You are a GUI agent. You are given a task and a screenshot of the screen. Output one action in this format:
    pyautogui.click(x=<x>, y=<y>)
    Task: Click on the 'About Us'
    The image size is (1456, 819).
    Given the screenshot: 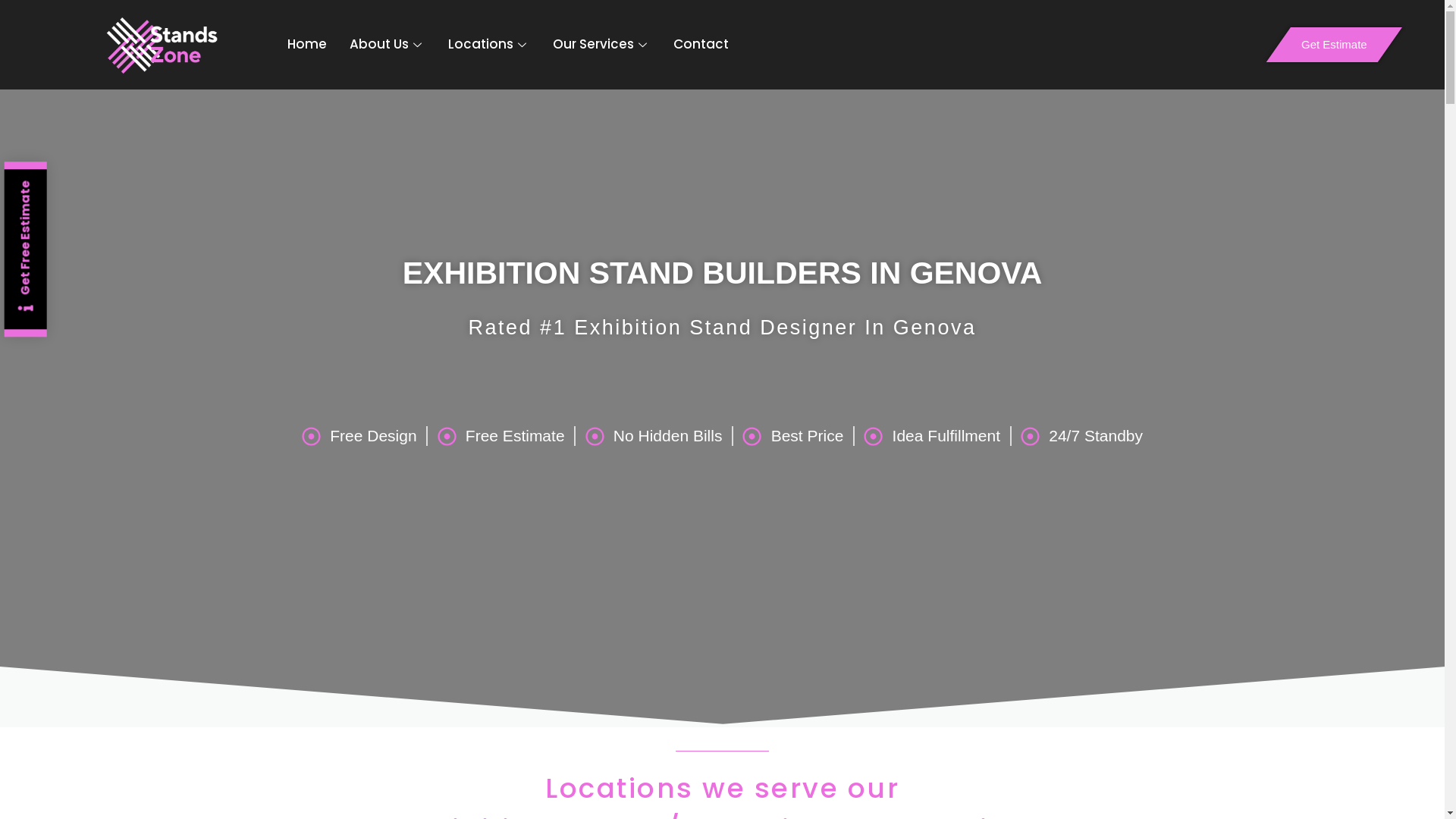 What is the action you would take?
    pyautogui.click(x=387, y=43)
    